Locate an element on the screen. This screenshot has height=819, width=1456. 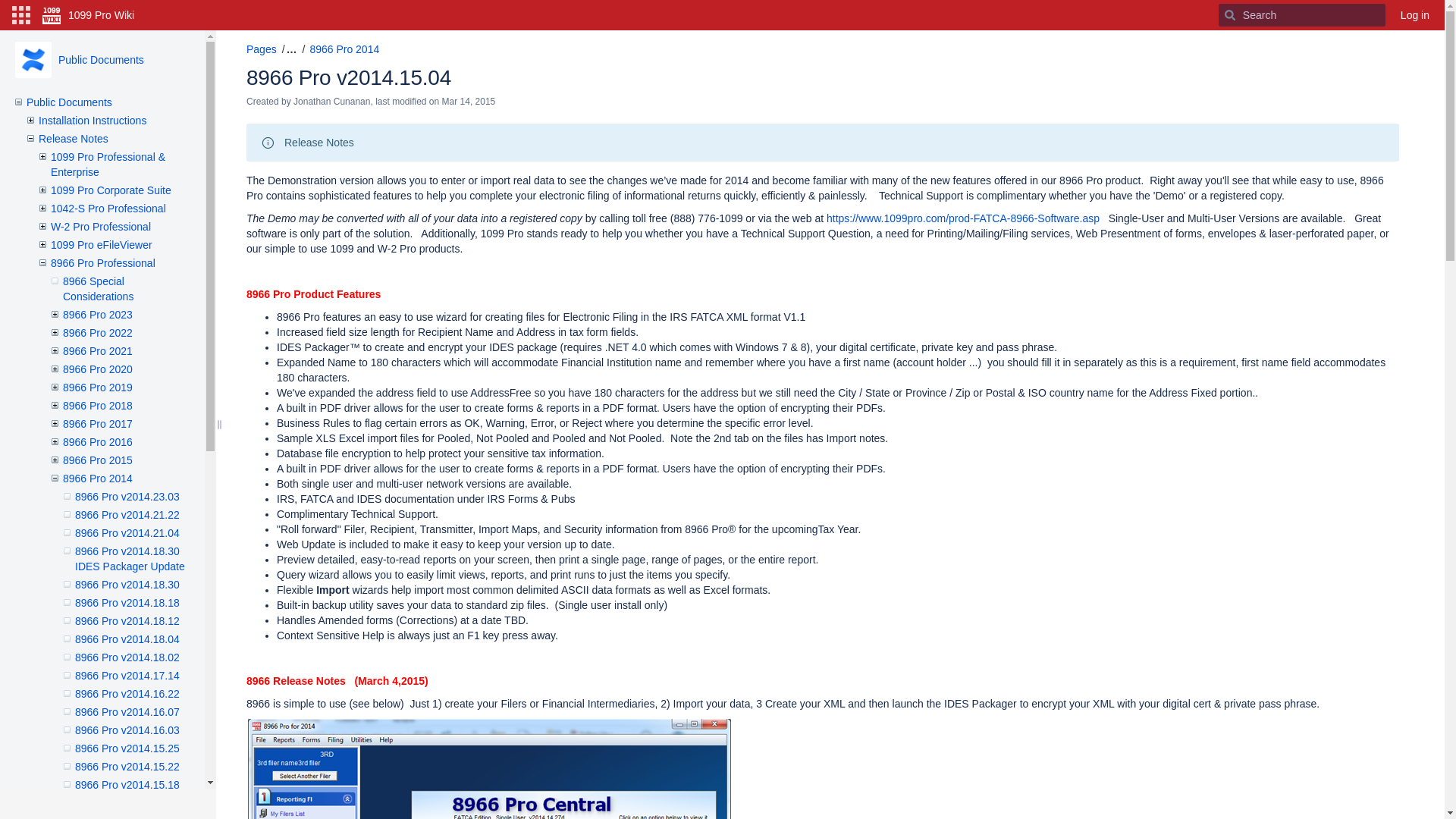
'Public Documents' is located at coordinates (100, 58).